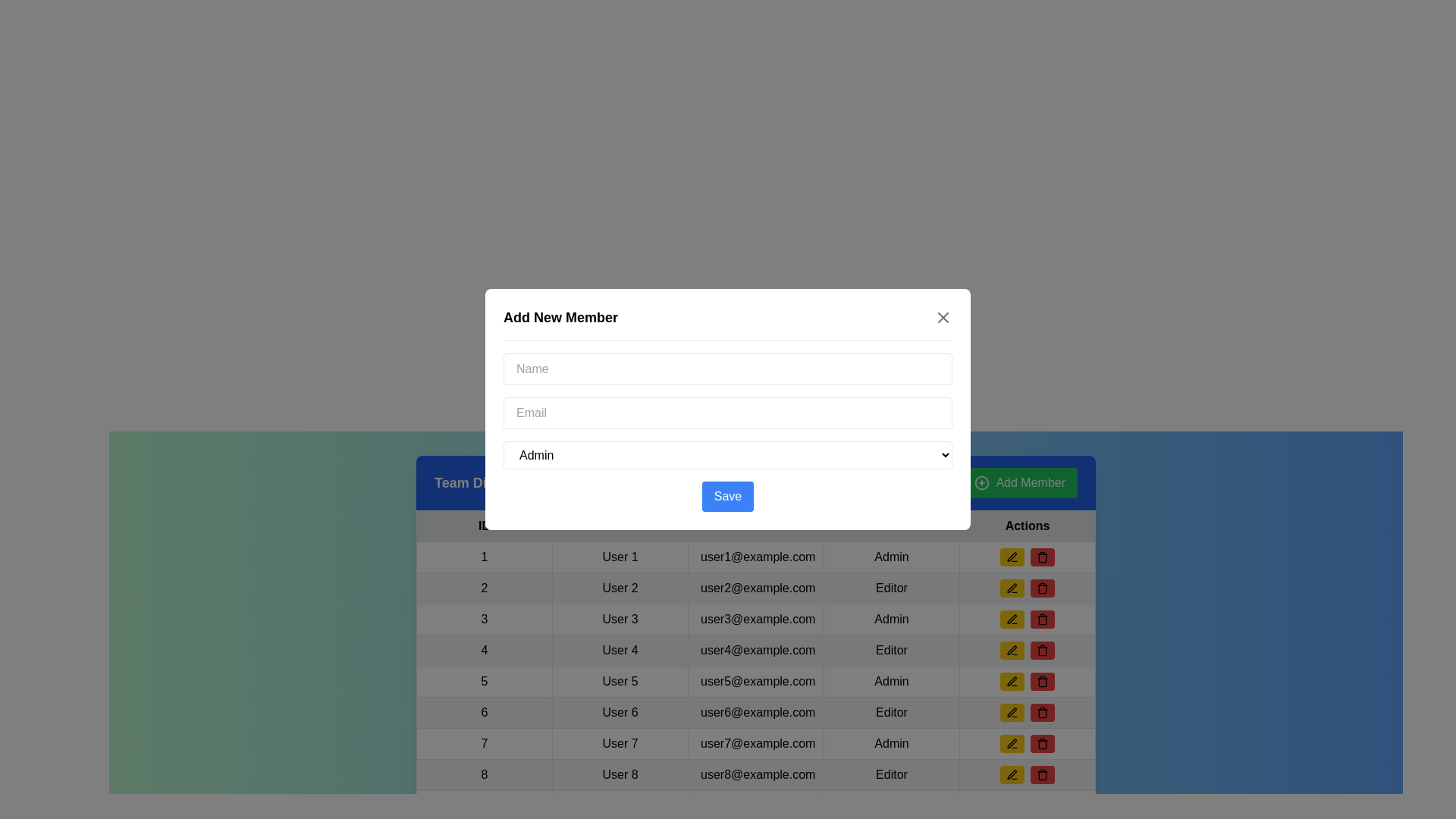  I want to click on the trash icon button located at the far right of the row in the Actions column, so click(1041, 744).